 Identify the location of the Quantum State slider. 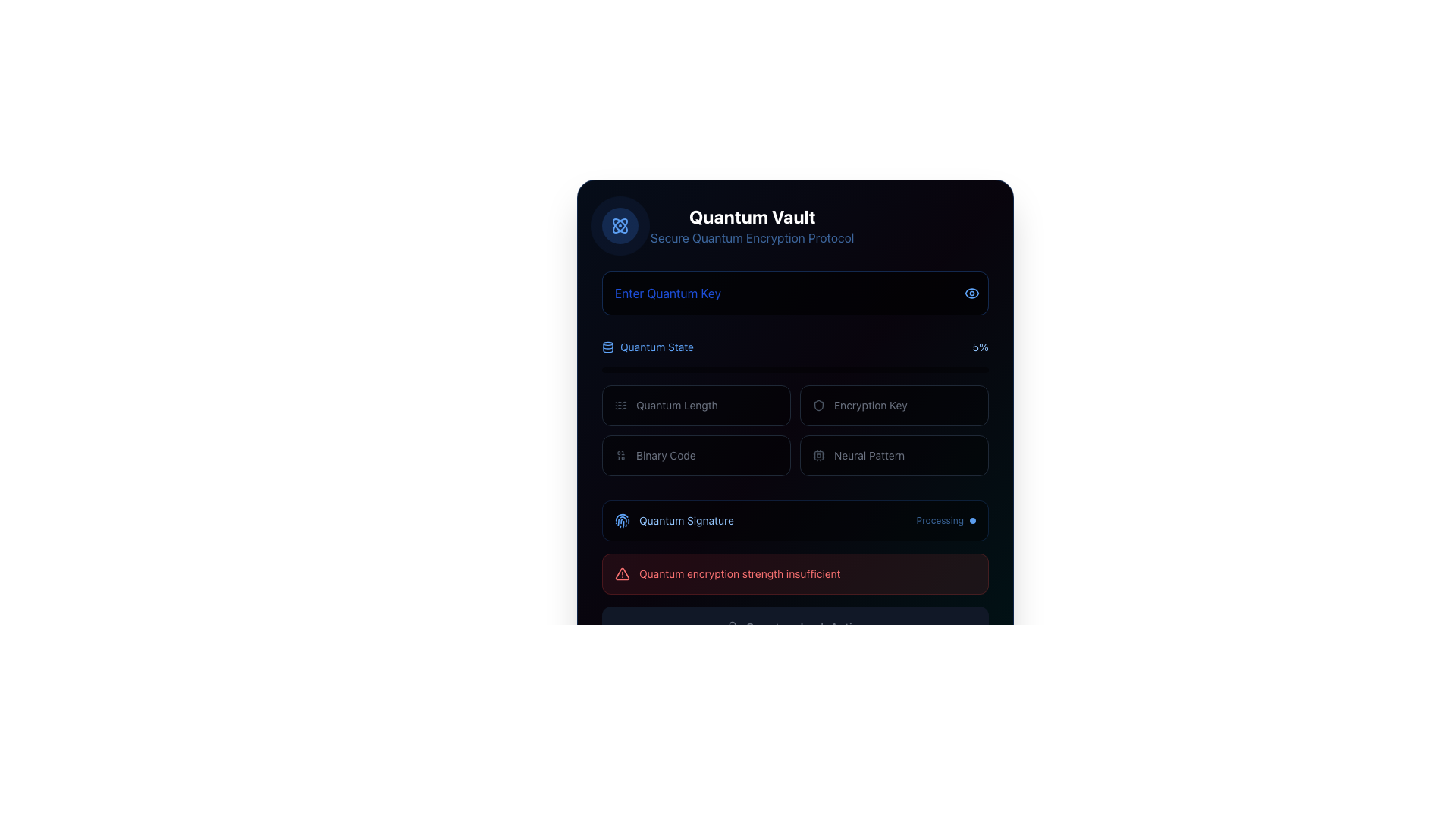
(880, 370).